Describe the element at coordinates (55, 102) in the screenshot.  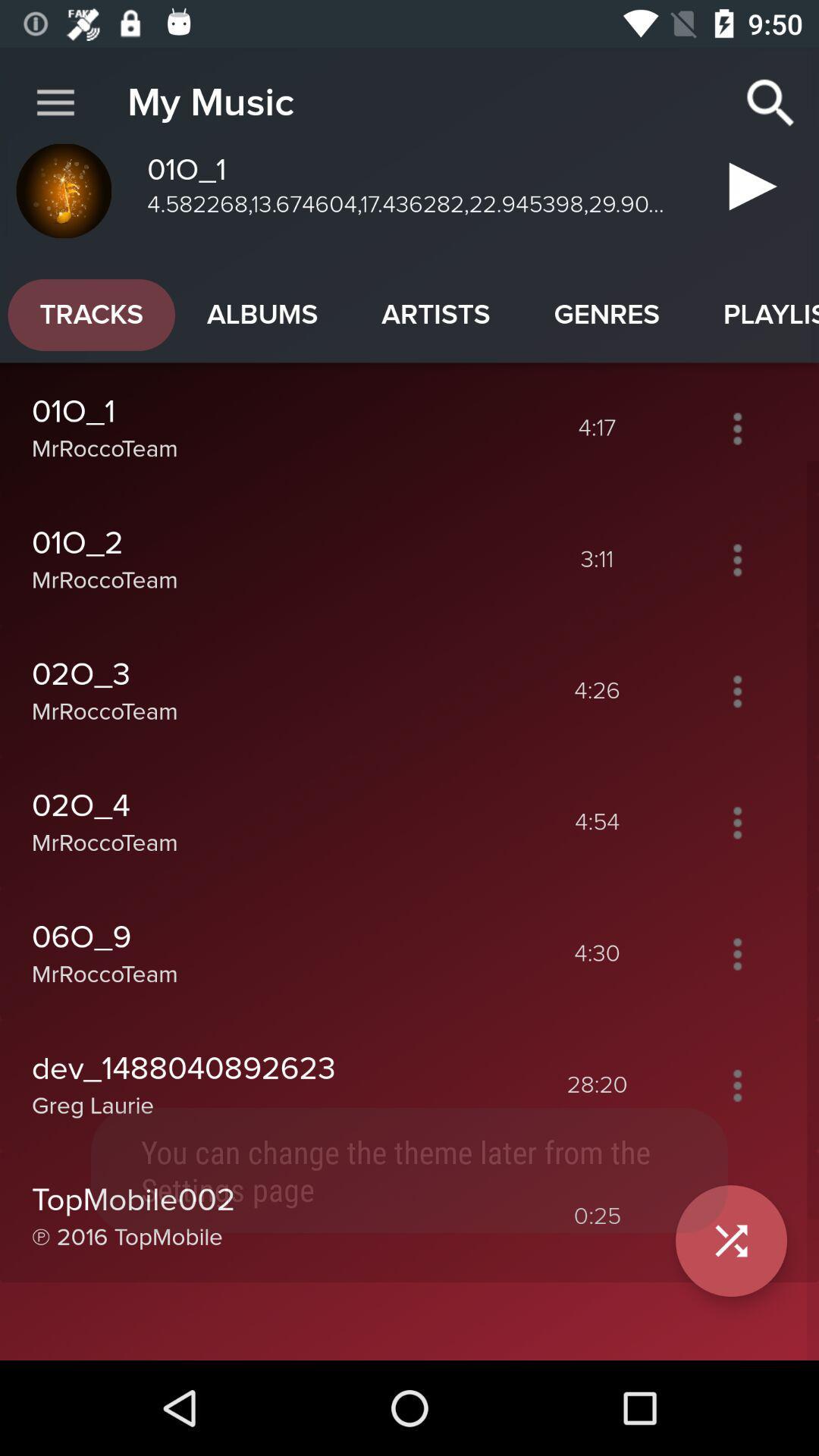
I see `icon to the left of the my music` at that location.